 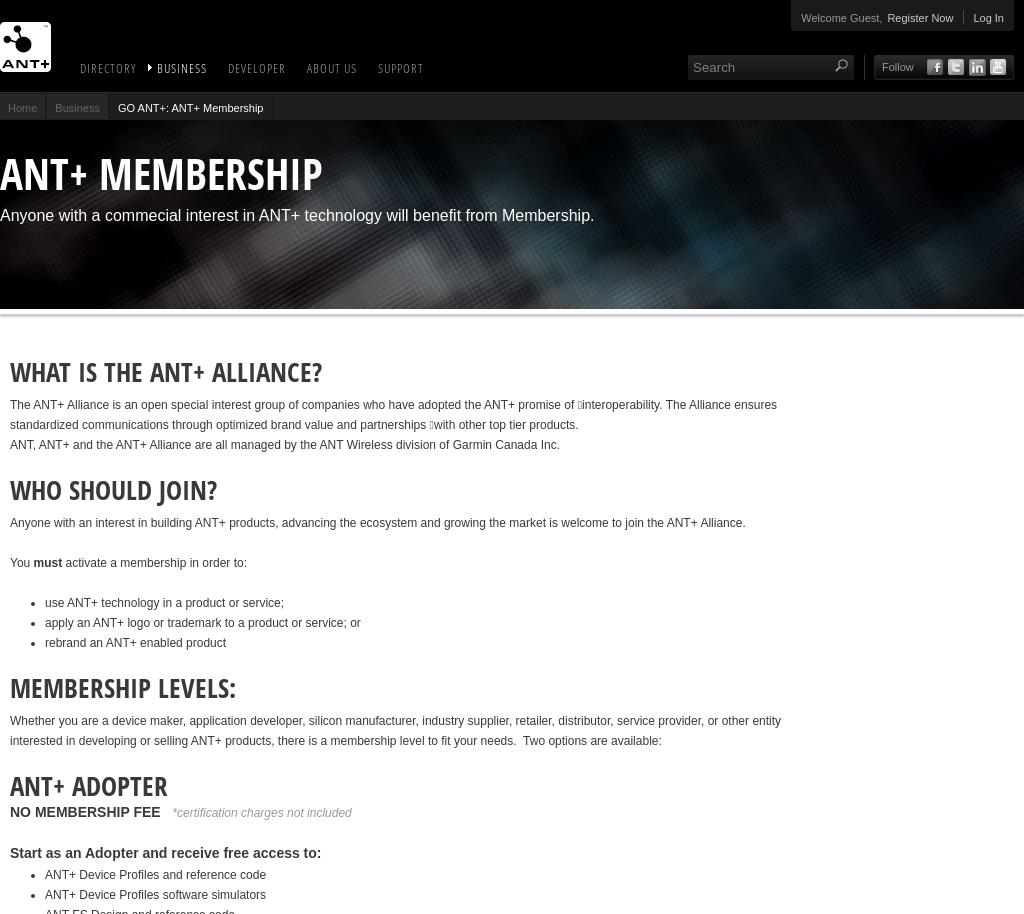 What do you see at coordinates (43, 893) in the screenshot?
I see `'ANT+ Device Profiles software simulators'` at bounding box center [43, 893].